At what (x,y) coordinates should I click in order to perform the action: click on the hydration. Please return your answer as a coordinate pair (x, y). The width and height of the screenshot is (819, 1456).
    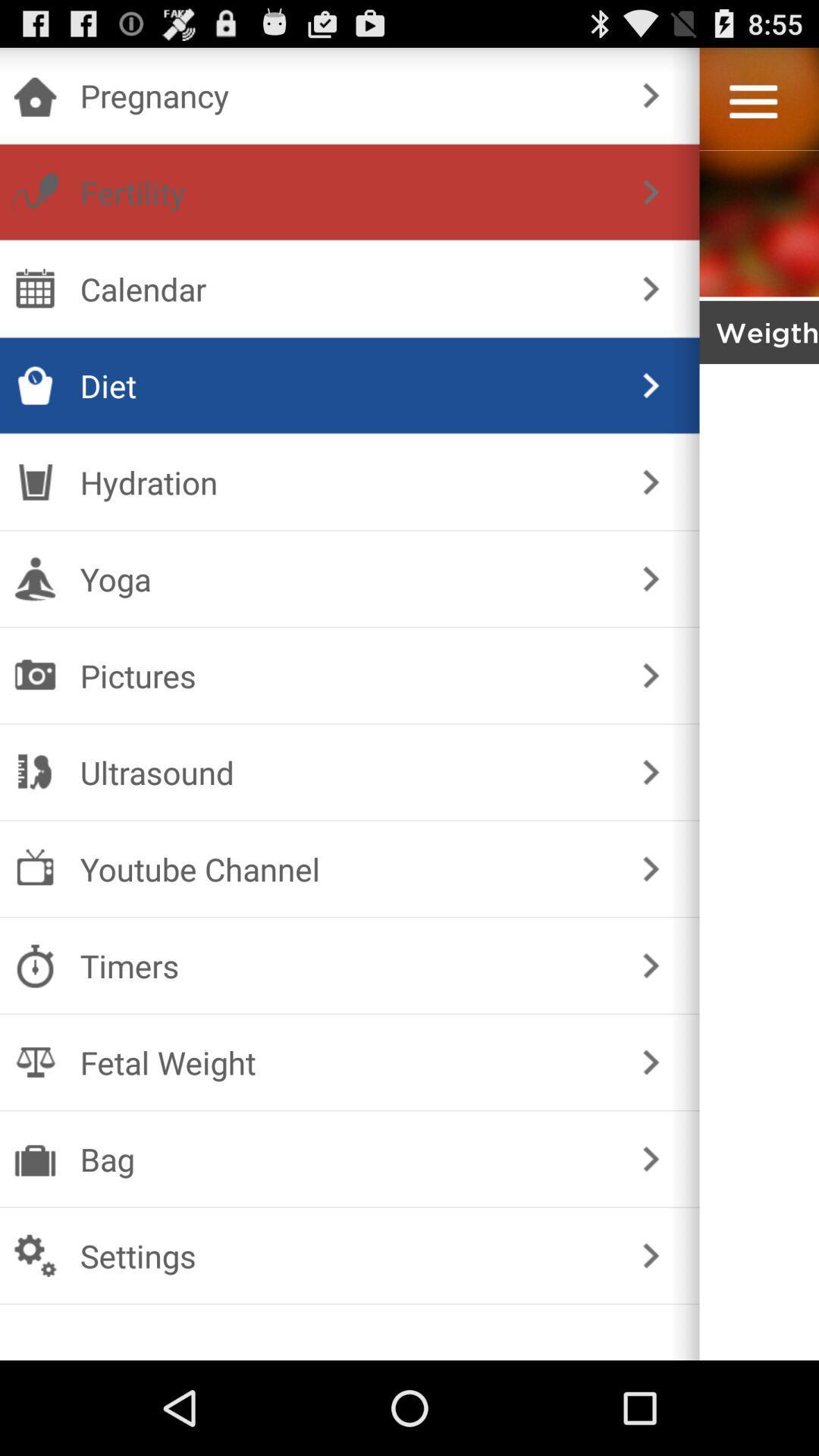
    Looking at the image, I should click on (347, 481).